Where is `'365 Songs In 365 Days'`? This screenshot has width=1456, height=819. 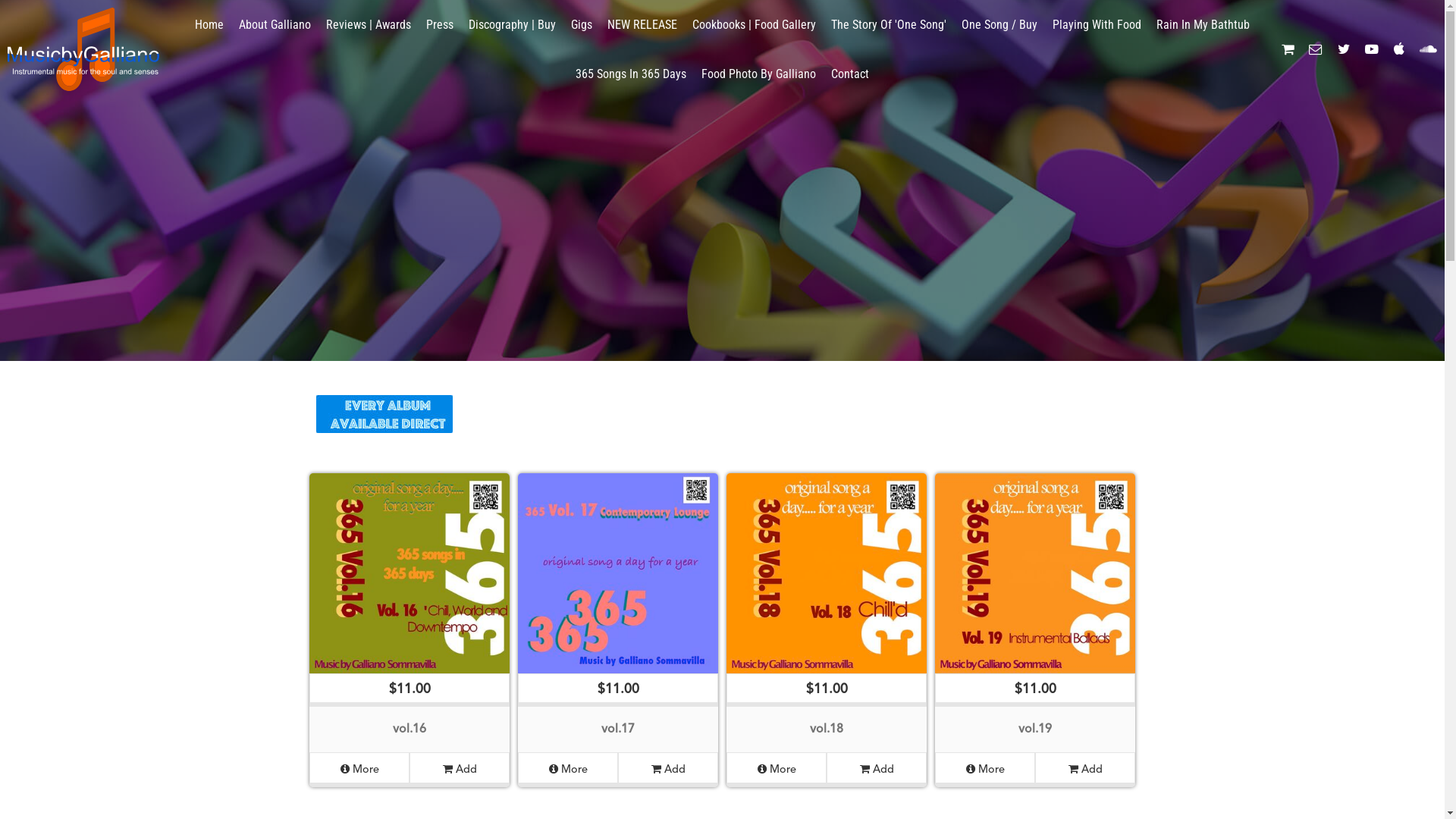
'365 Songs In 365 Days' is located at coordinates (630, 74).